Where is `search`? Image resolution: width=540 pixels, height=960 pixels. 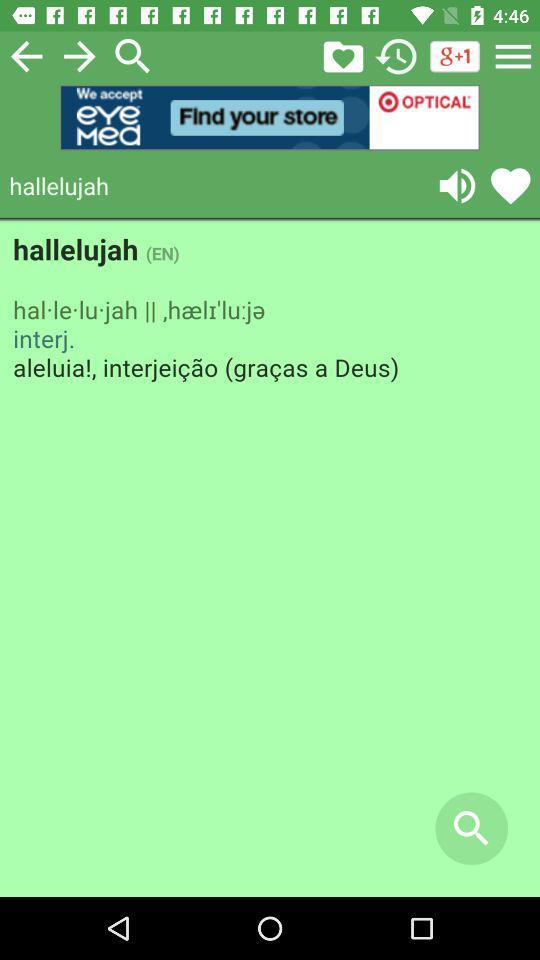
search is located at coordinates (133, 55).